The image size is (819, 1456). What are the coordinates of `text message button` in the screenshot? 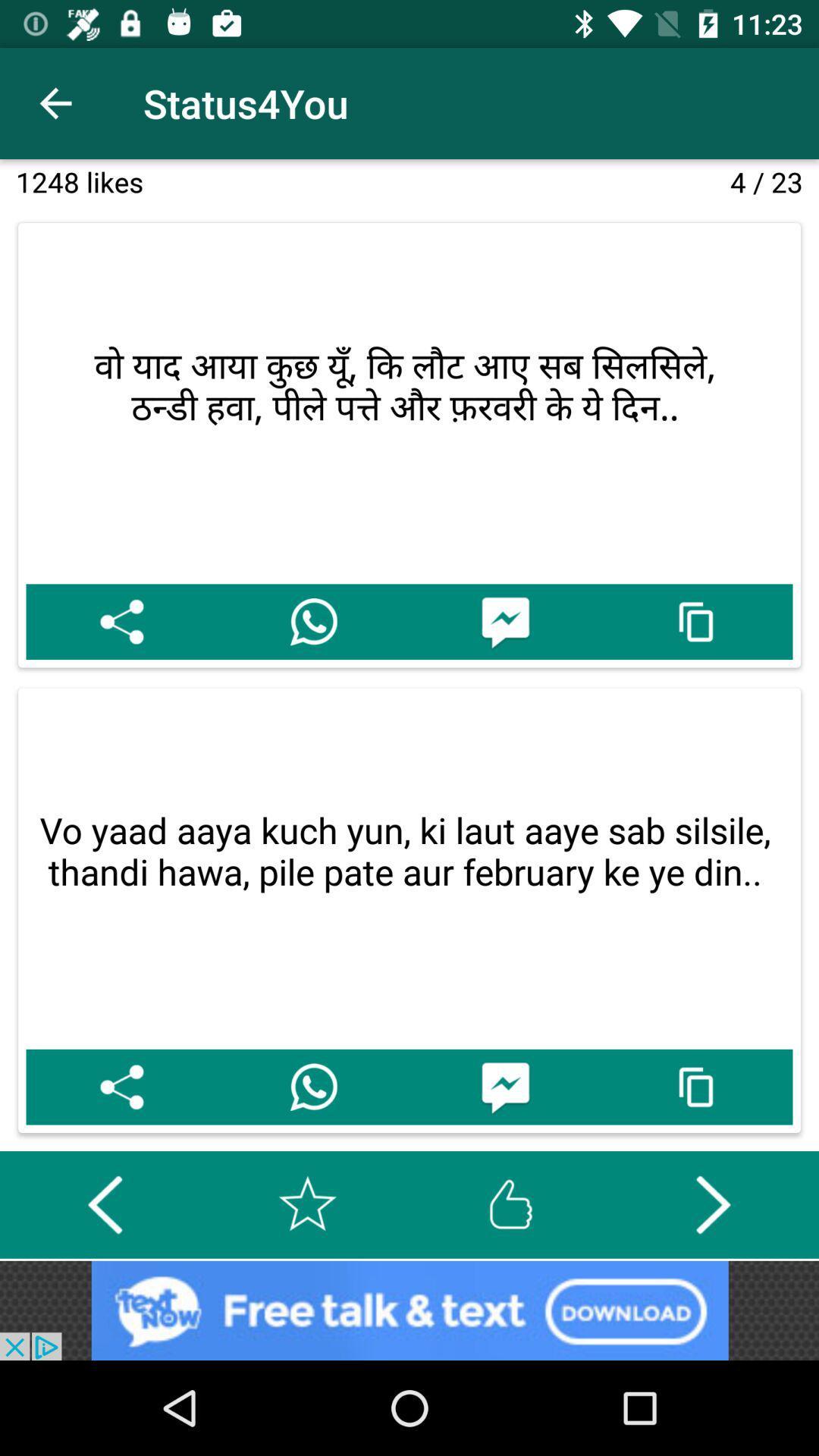 It's located at (505, 622).